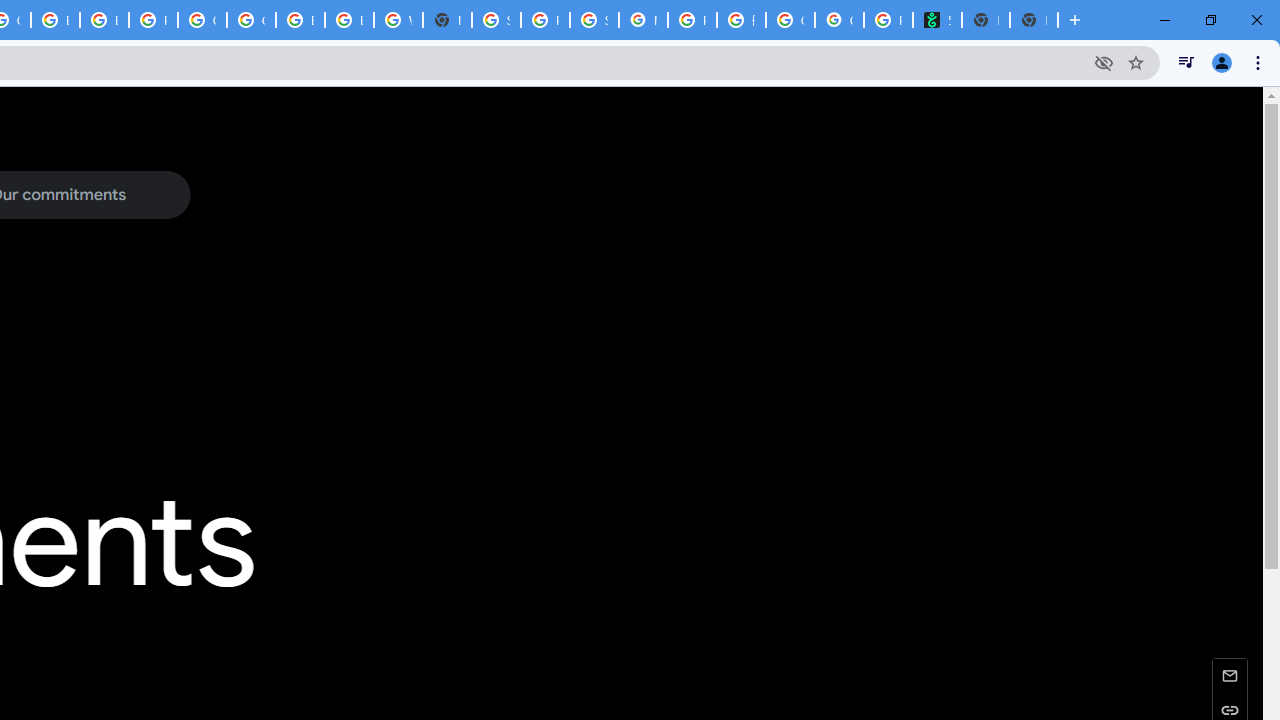  Describe the element at coordinates (250, 20) in the screenshot. I see `'Google Cloud Platform'` at that location.